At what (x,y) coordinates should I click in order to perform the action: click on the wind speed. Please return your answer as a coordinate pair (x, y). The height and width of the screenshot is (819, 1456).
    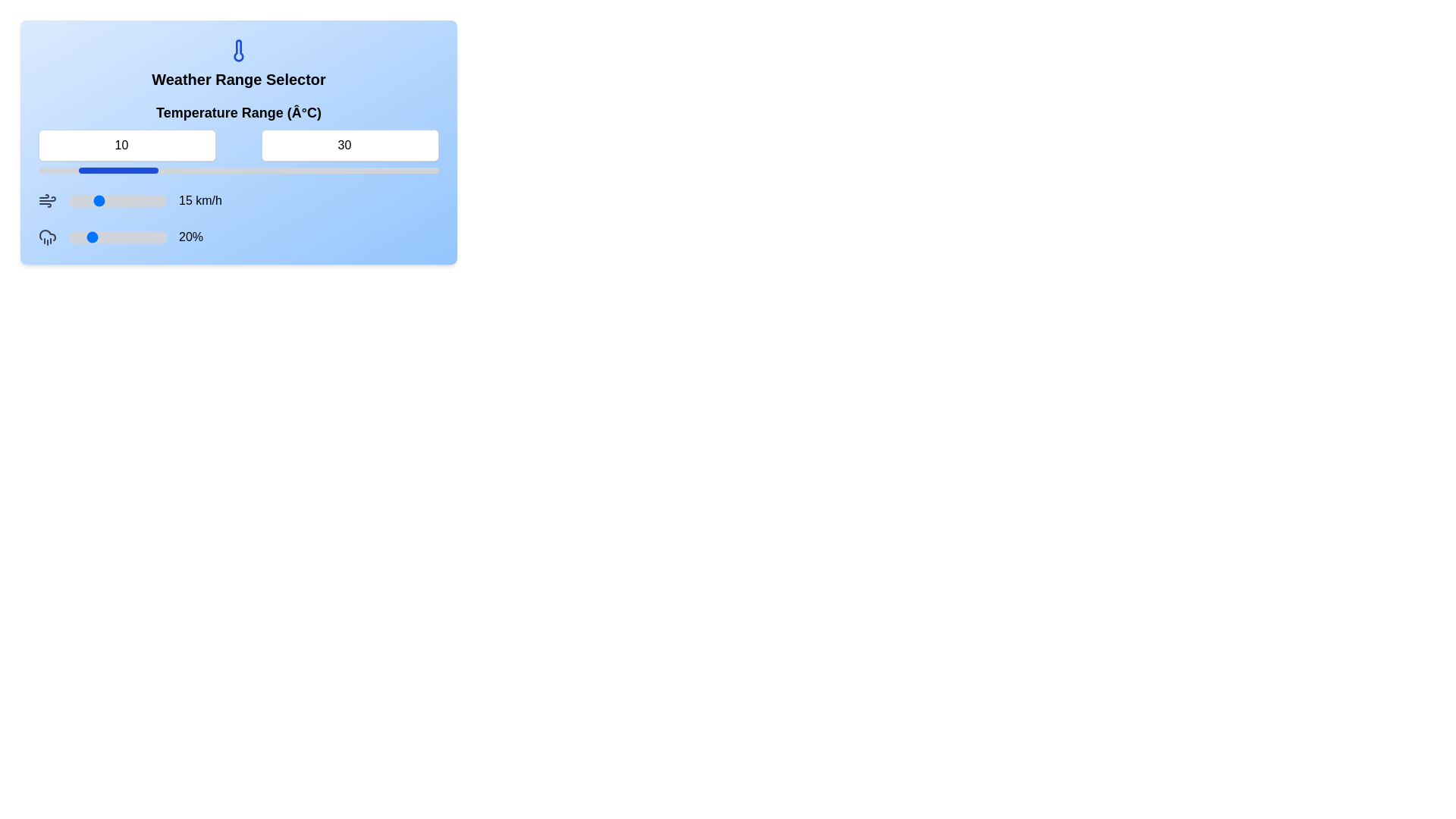
    Looking at the image, I should click on (72, 200).